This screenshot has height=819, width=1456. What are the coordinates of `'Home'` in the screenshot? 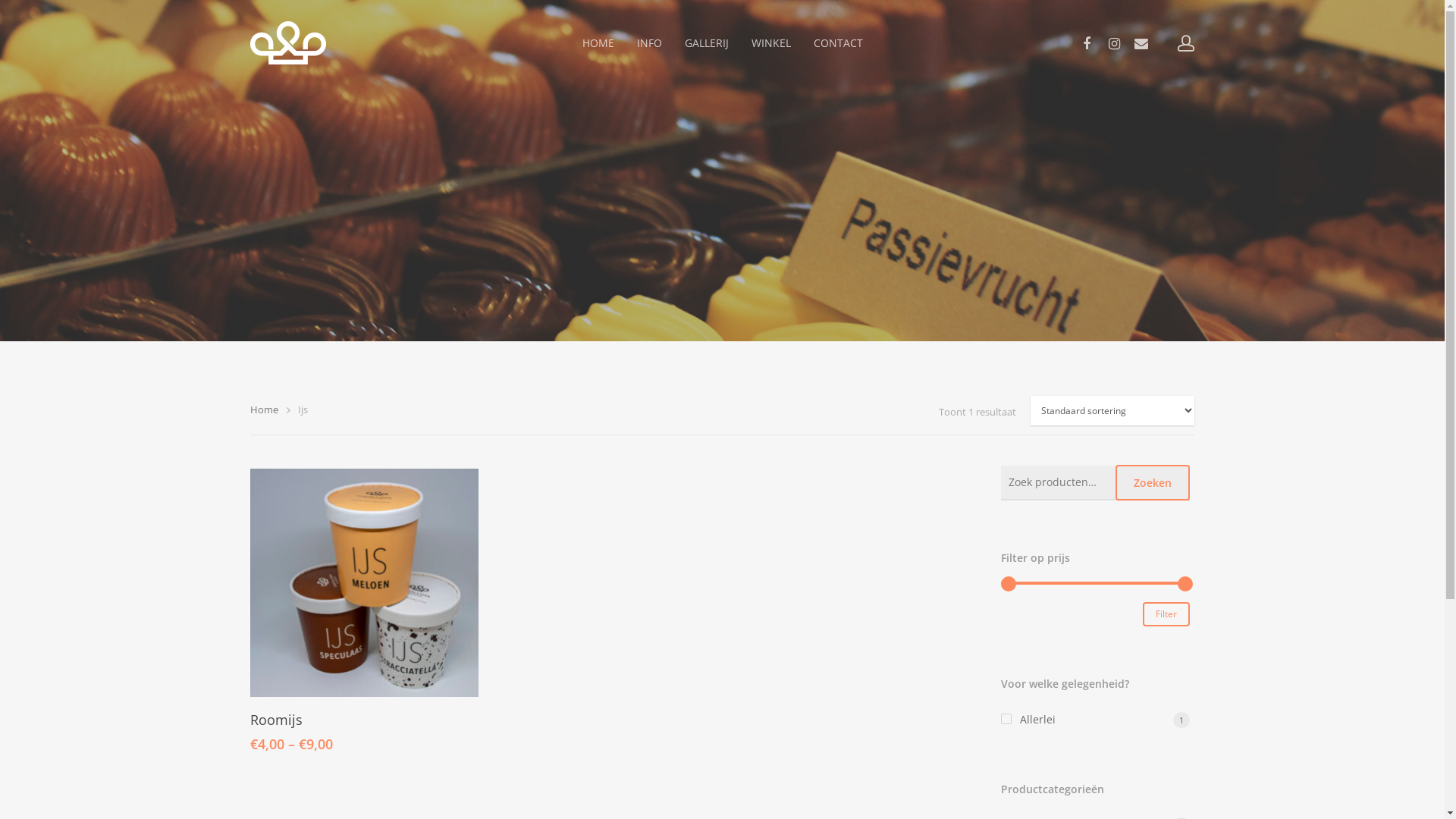 It's located at (264, 409).